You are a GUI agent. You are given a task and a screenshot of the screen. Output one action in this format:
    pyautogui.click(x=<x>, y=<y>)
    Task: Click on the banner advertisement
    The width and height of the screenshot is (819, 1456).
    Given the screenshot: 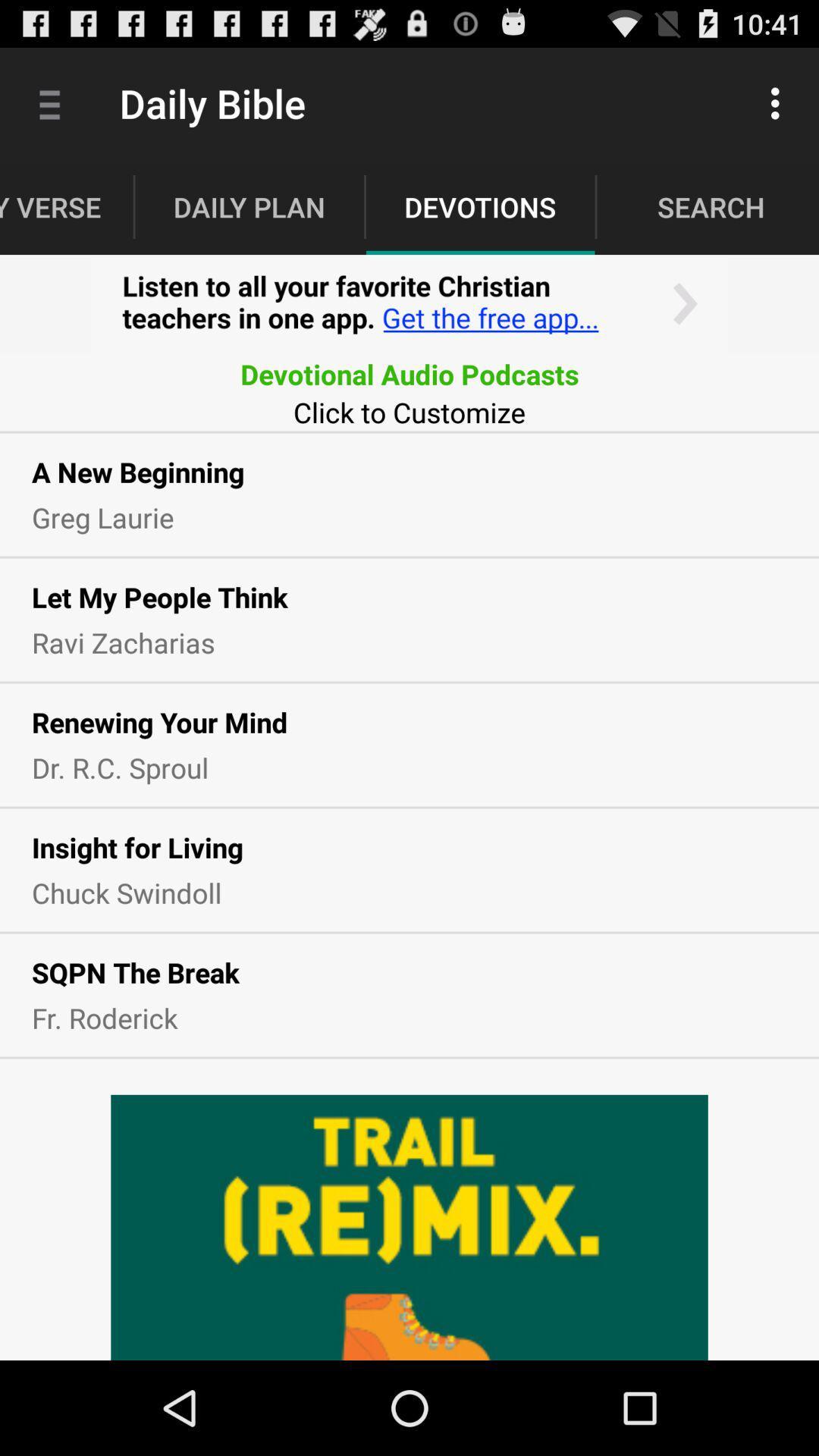 What is the action you would take?
    pyautogui.click(x=409, y=303)
    